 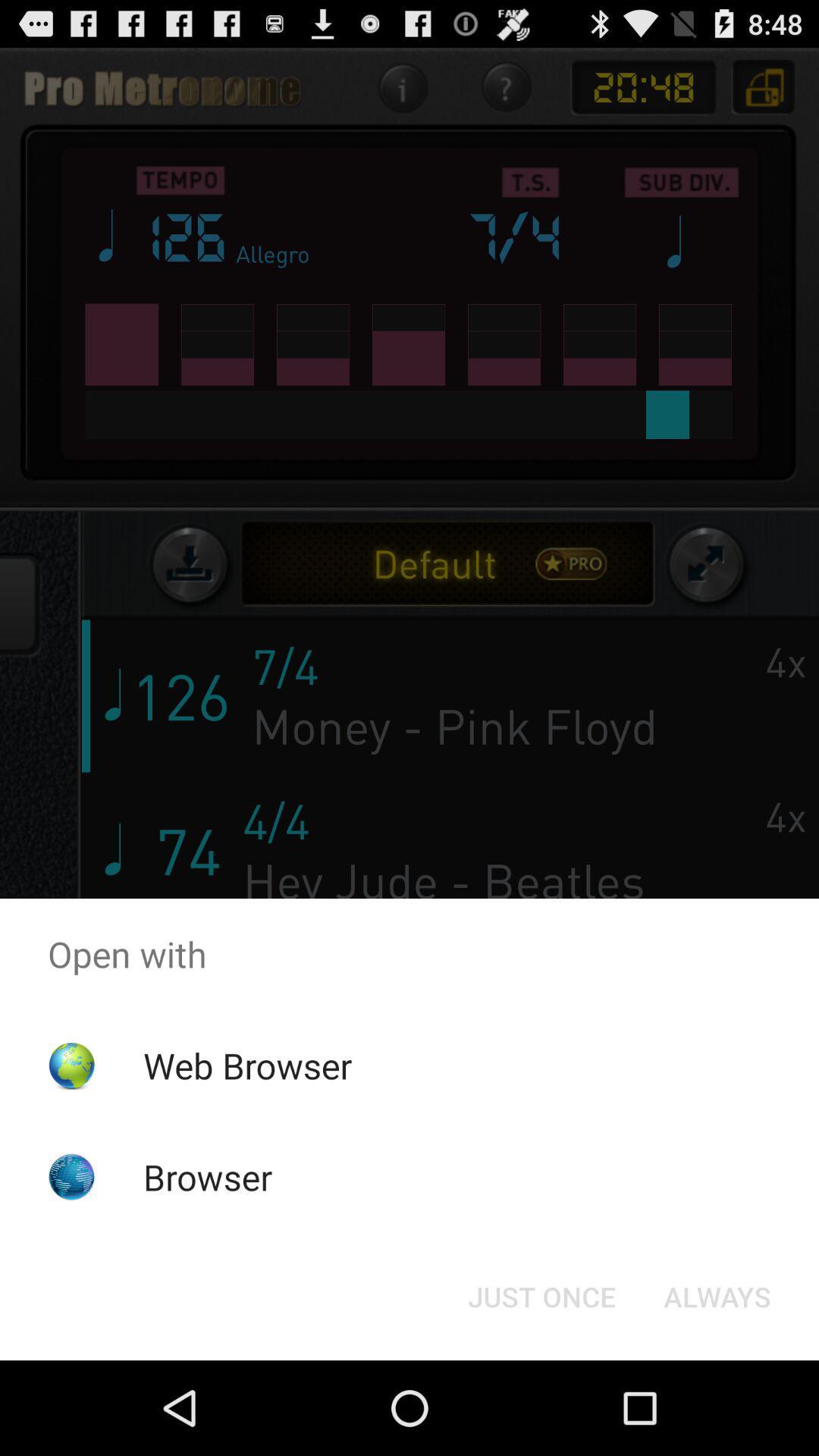 What do you see at coordinates (541, 1295) in the screenshot?
I see `the item to the left of the always icon` at bounding box center [541, 1295].